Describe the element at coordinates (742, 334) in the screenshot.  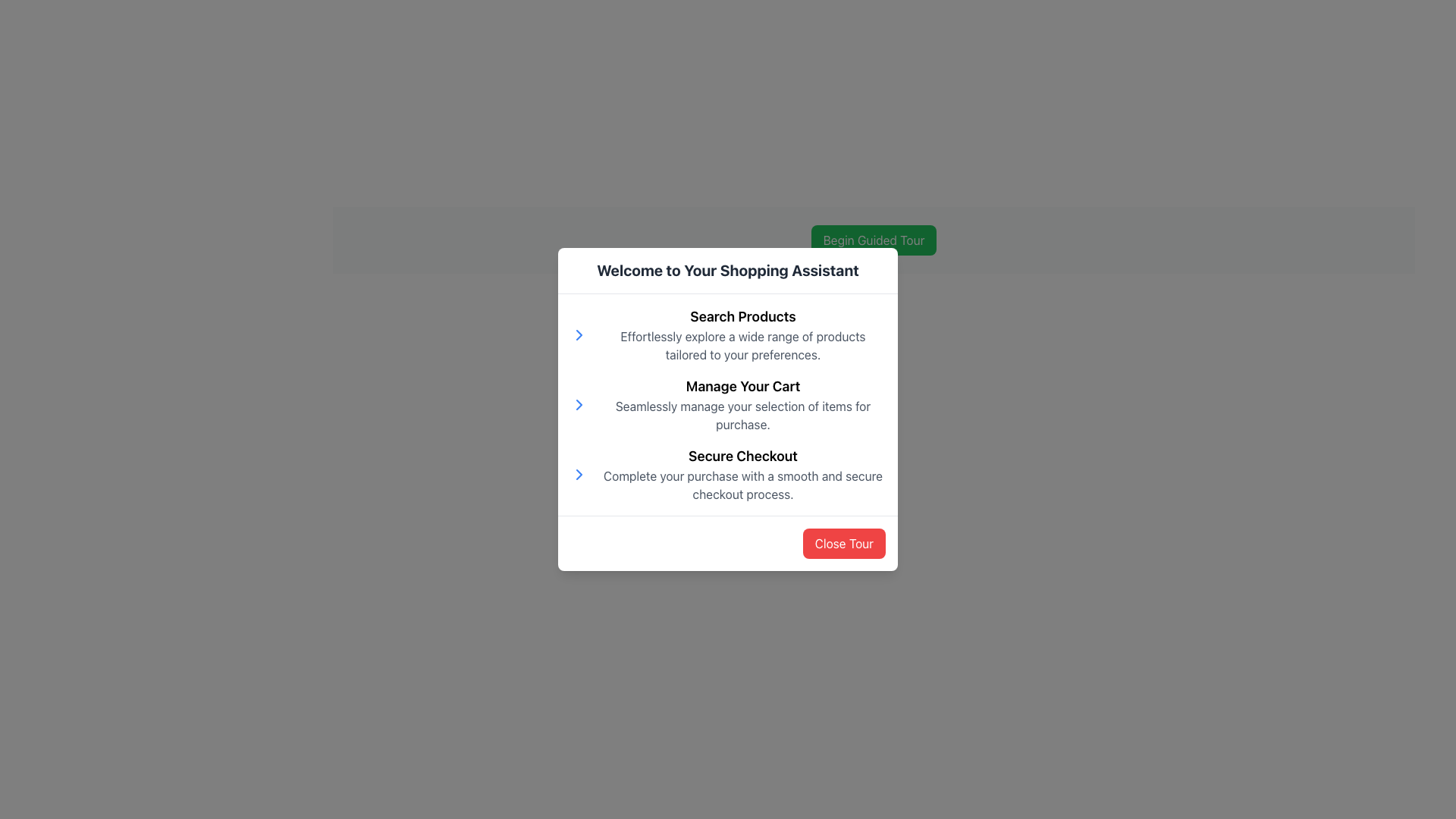
I see `the static informational text block that reads 'Search Products' located in the modal titled 'Welcome to Your Shopping Assistant'` at that location.